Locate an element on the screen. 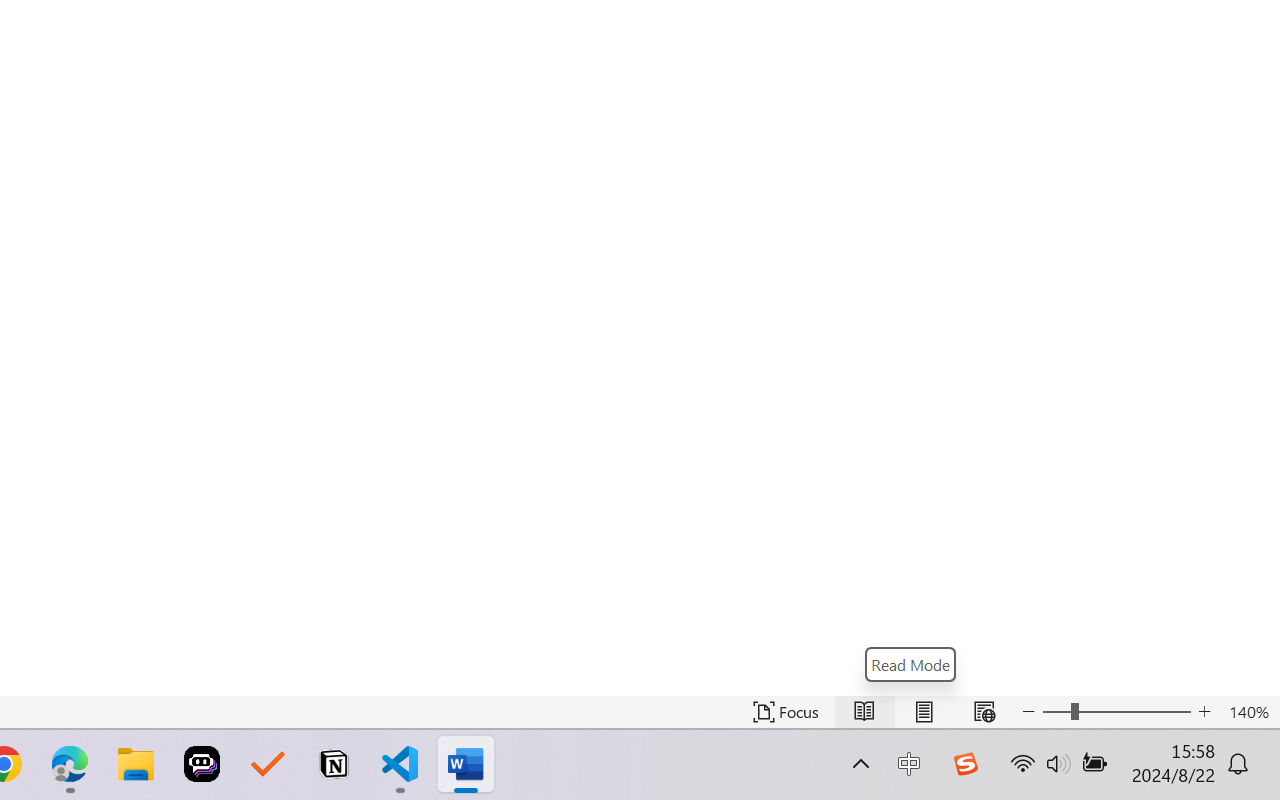  'Class: Image' is located at coordinates (965, 764).